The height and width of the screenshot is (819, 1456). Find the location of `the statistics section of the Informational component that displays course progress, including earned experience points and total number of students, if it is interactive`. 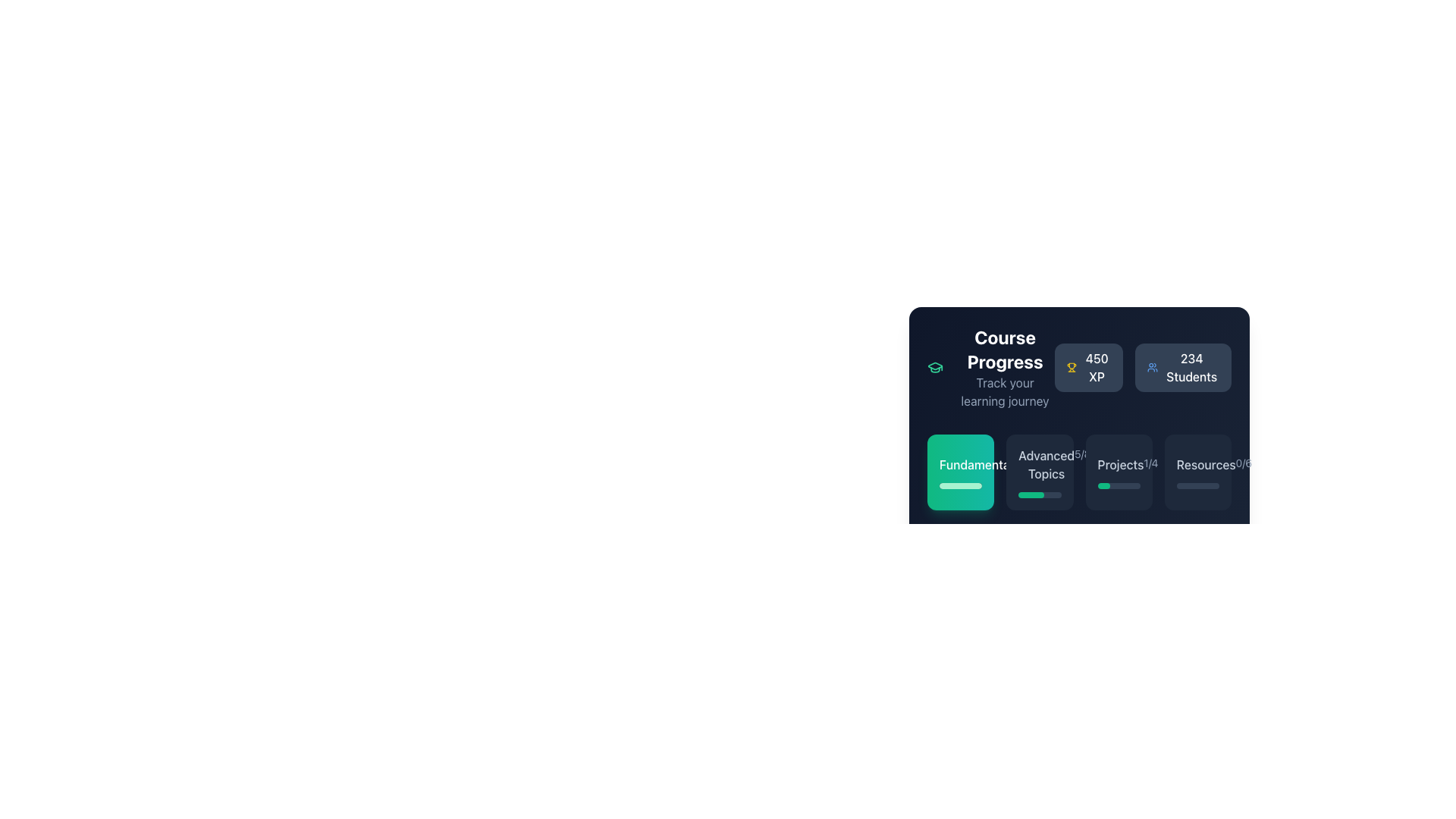

the statistics section of the Informational component that displays course progress, including earned experience points and total number of students, if it is interactive is located at coordinates (1078, 368).